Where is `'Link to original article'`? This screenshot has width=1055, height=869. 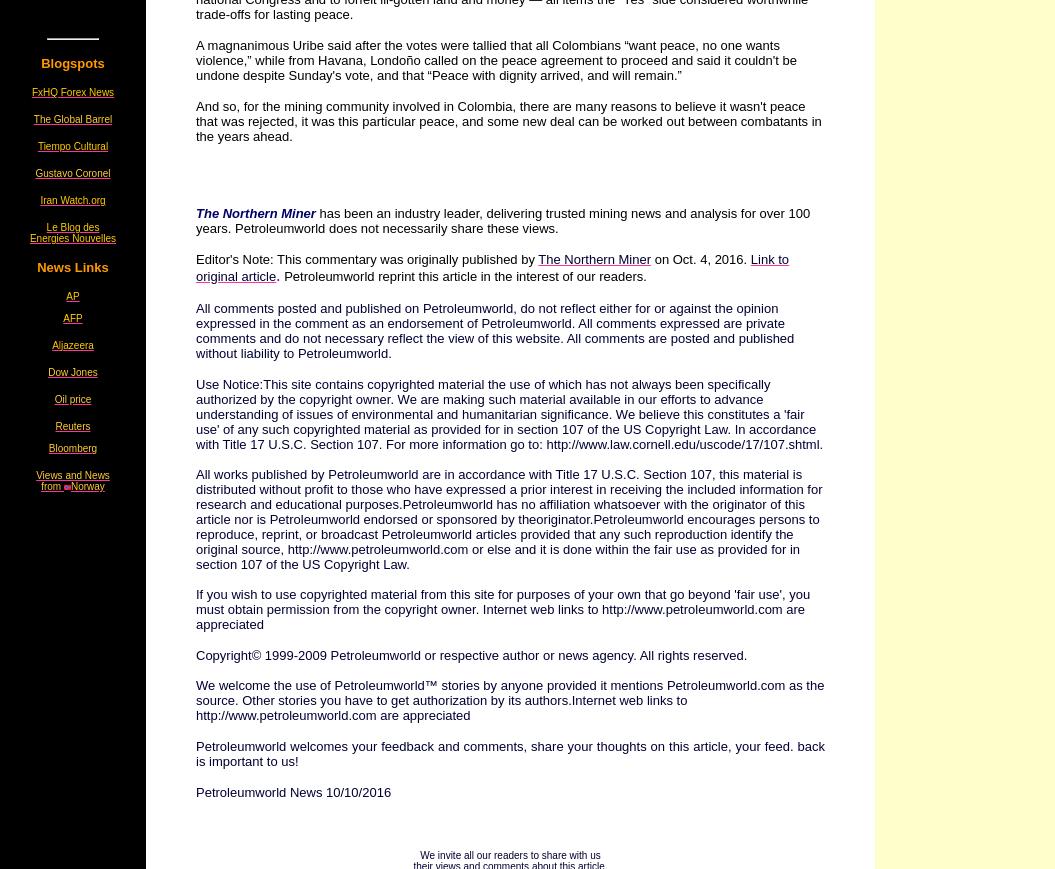 'Link to original article' is located at coordinates (492, 266).